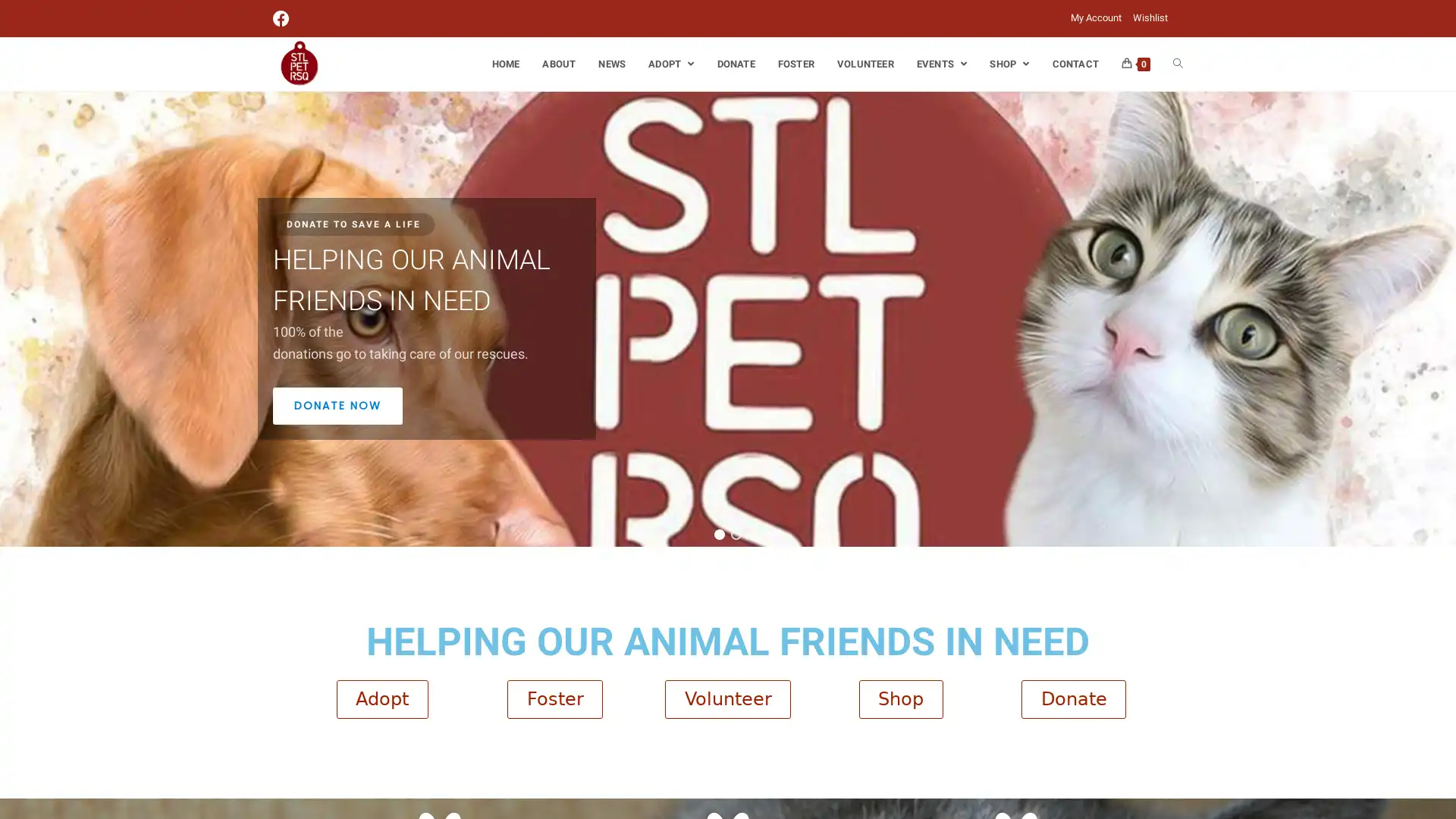  I want to click on Volunteer, so click(728, 698).